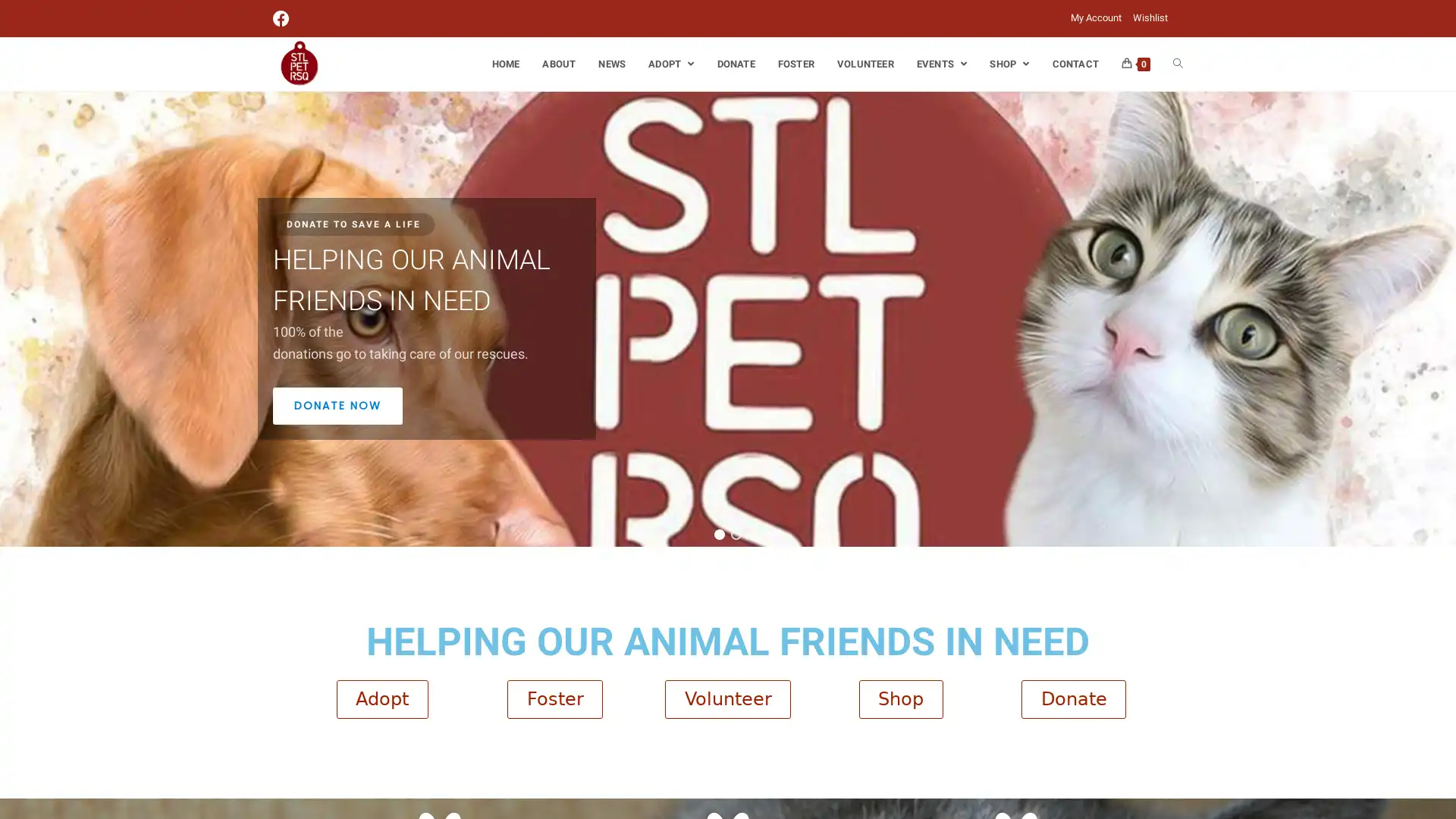  I want to click on Volunteer, so click(728, 698).